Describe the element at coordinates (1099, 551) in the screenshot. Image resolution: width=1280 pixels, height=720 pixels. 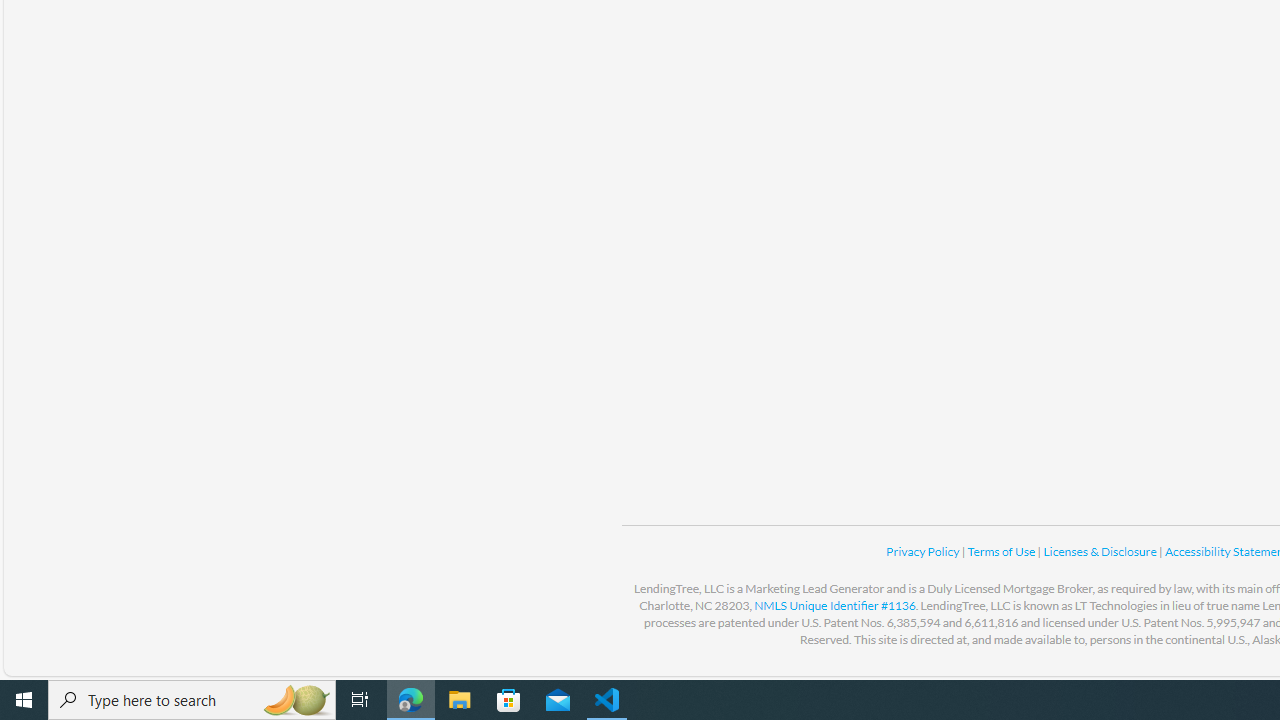
I see `'Licenses & Disclosure '` at that location.